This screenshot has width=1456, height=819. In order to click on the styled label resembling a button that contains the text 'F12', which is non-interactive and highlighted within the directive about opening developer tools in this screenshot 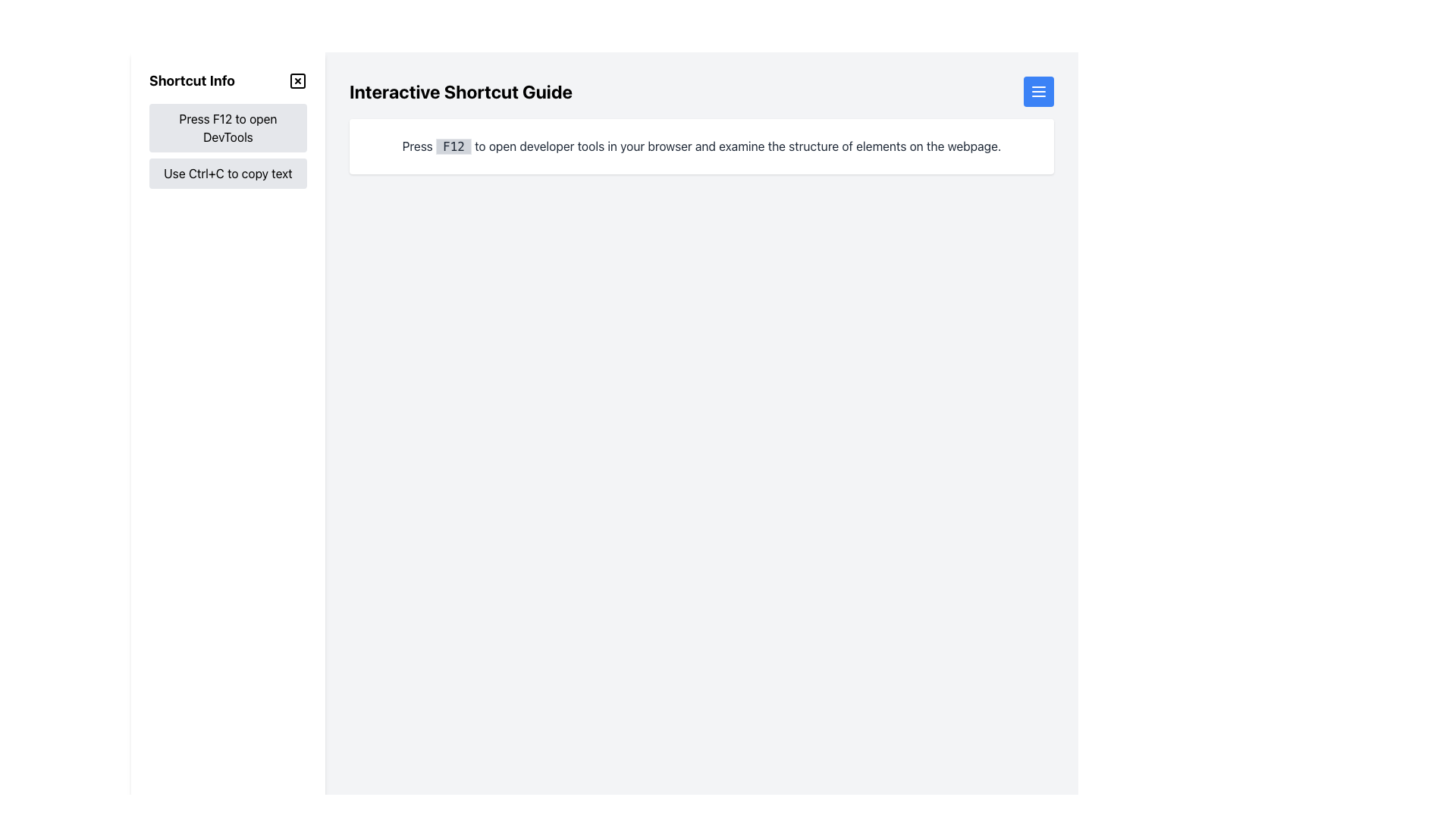, I will do `click(453, 146)`.